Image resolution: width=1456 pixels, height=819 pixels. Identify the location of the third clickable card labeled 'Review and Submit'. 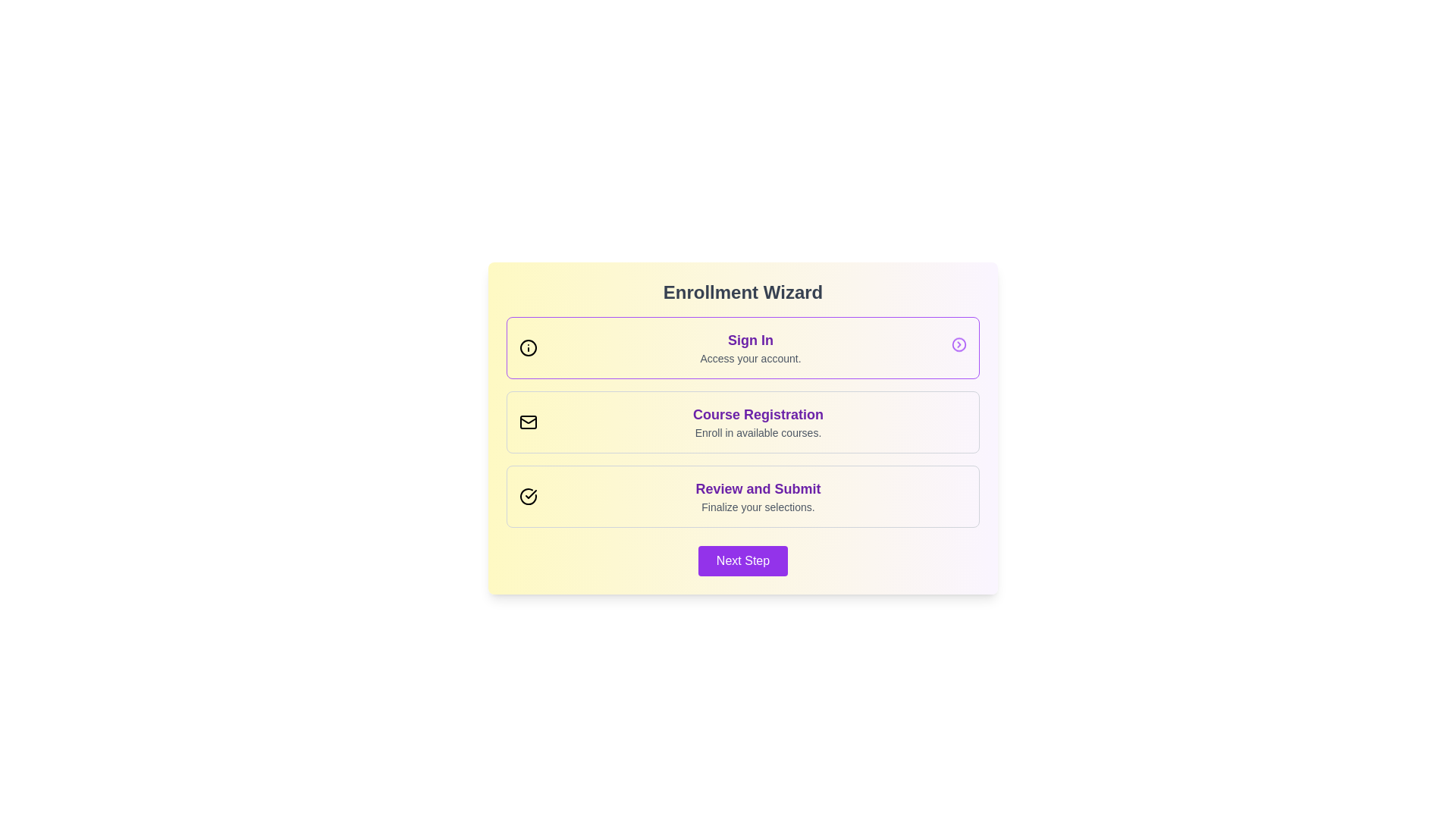
(742, 497).